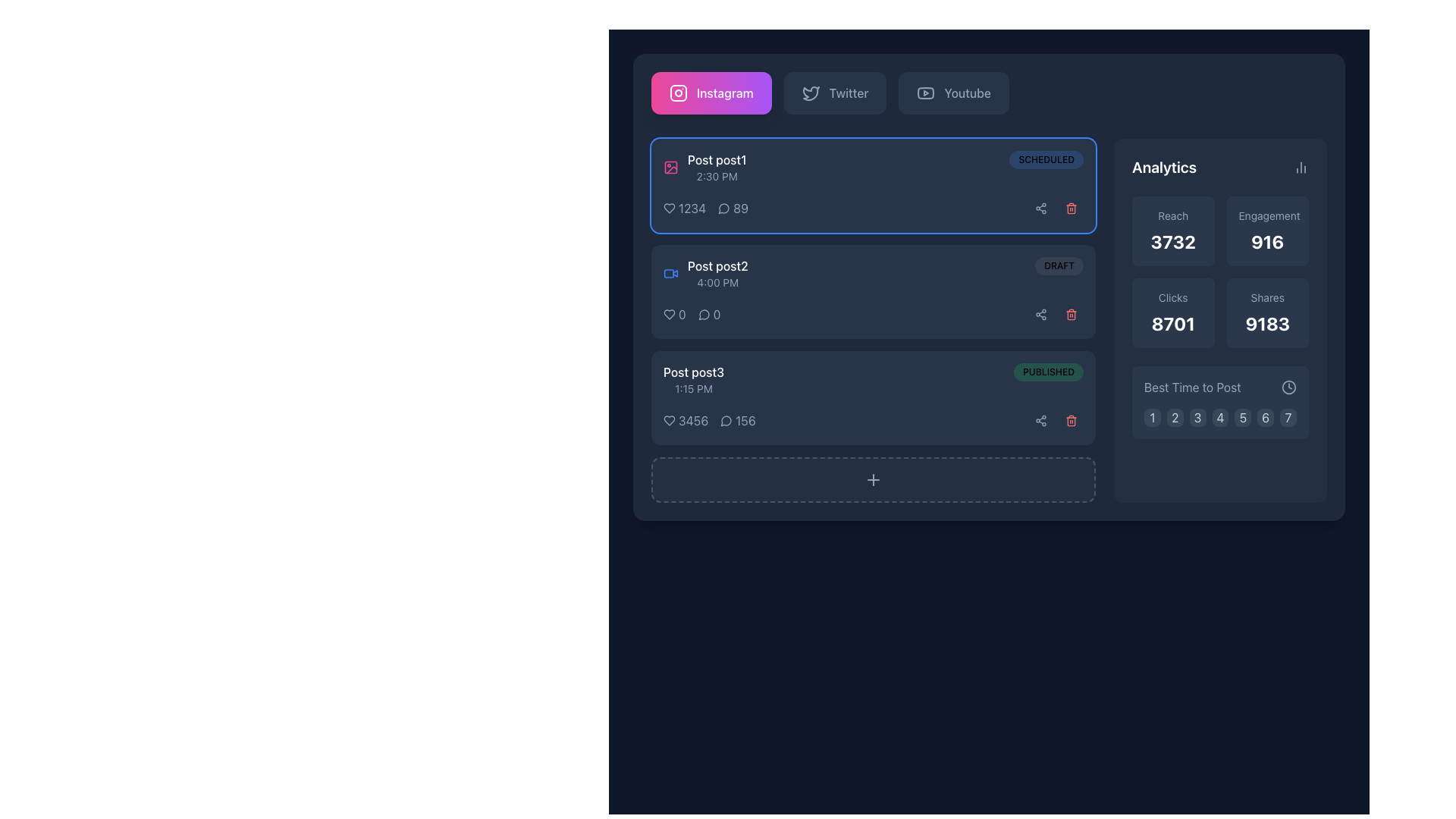 This screenshot has height=819, width=1456. I want to click on the 'Twitter' button, which is a rectangular button with rounded edges, dark bluish-gray background, and gray capitalized text, so click(834, 93).